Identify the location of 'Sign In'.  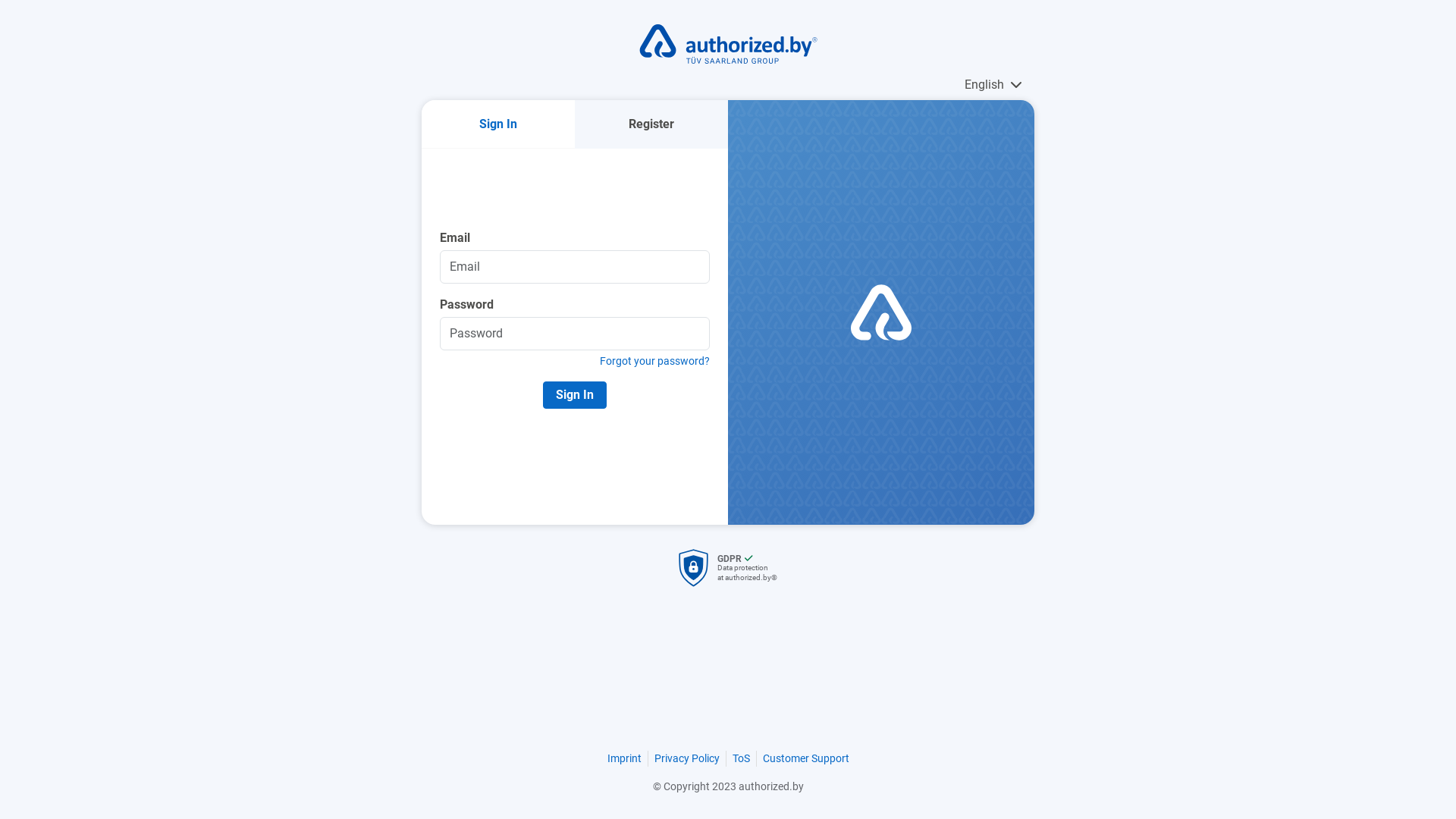
(498, 124).